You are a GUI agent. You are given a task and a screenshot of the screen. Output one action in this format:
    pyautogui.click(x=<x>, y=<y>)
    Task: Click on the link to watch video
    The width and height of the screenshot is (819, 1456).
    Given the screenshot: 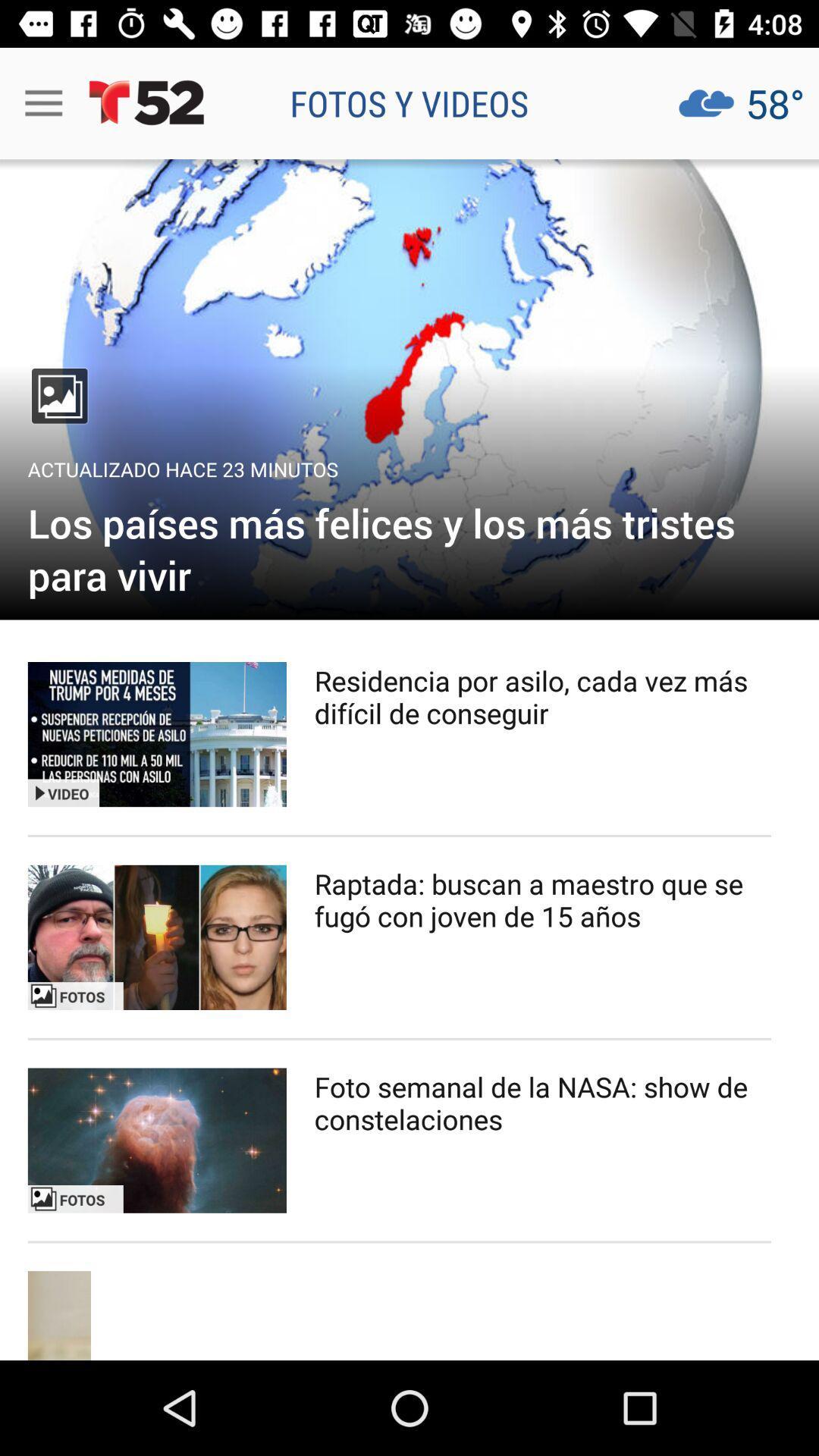 What is the action you would take?
    pyautogui.click(x=157, y=937)
    